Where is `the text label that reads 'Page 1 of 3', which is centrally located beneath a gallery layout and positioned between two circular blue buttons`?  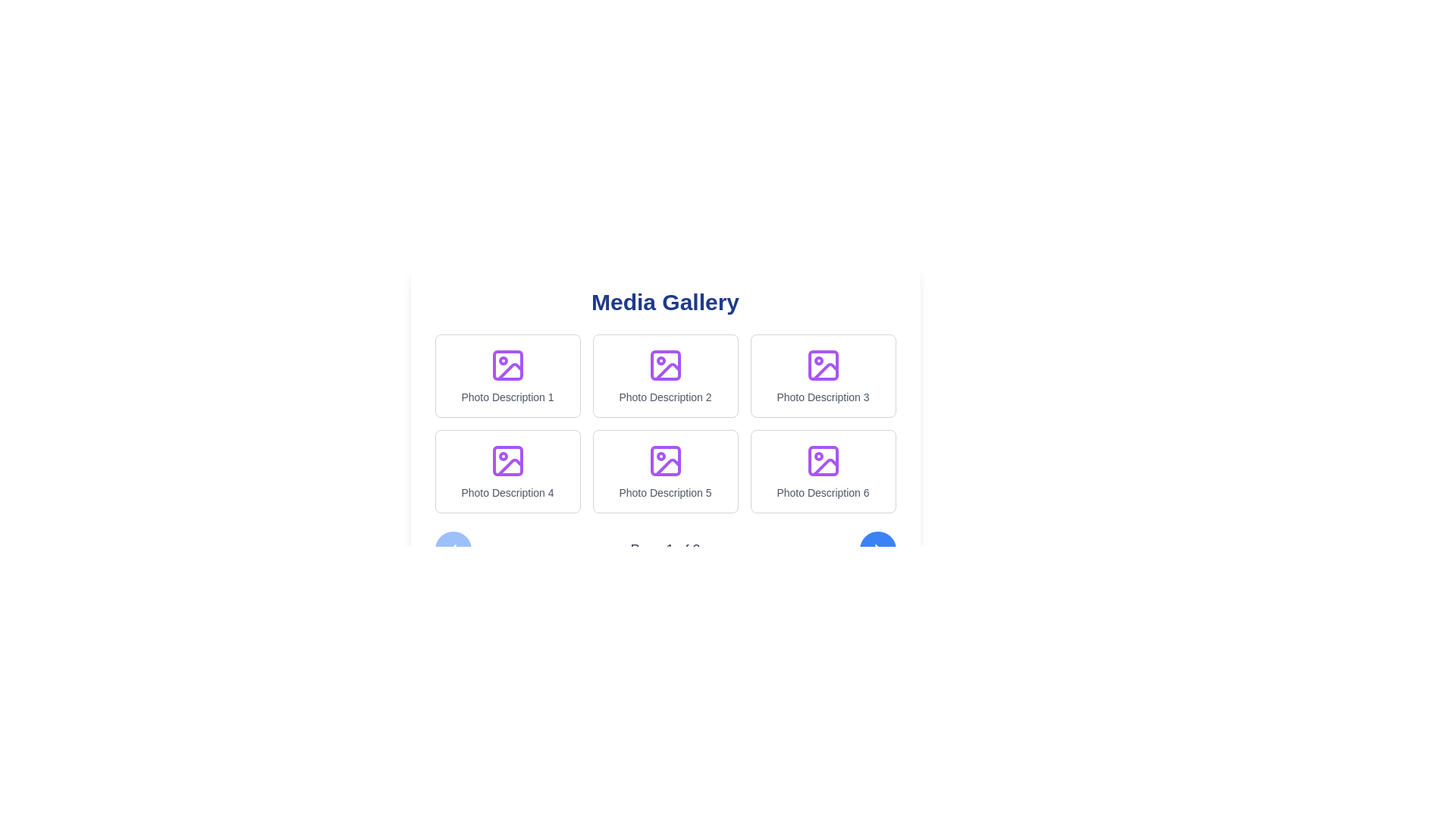
the text label that reads 'Page 1 of 3', which is centrally located beneath a gallery layout and positioned between two circular blue buttons is located at coordinates (665, 550).